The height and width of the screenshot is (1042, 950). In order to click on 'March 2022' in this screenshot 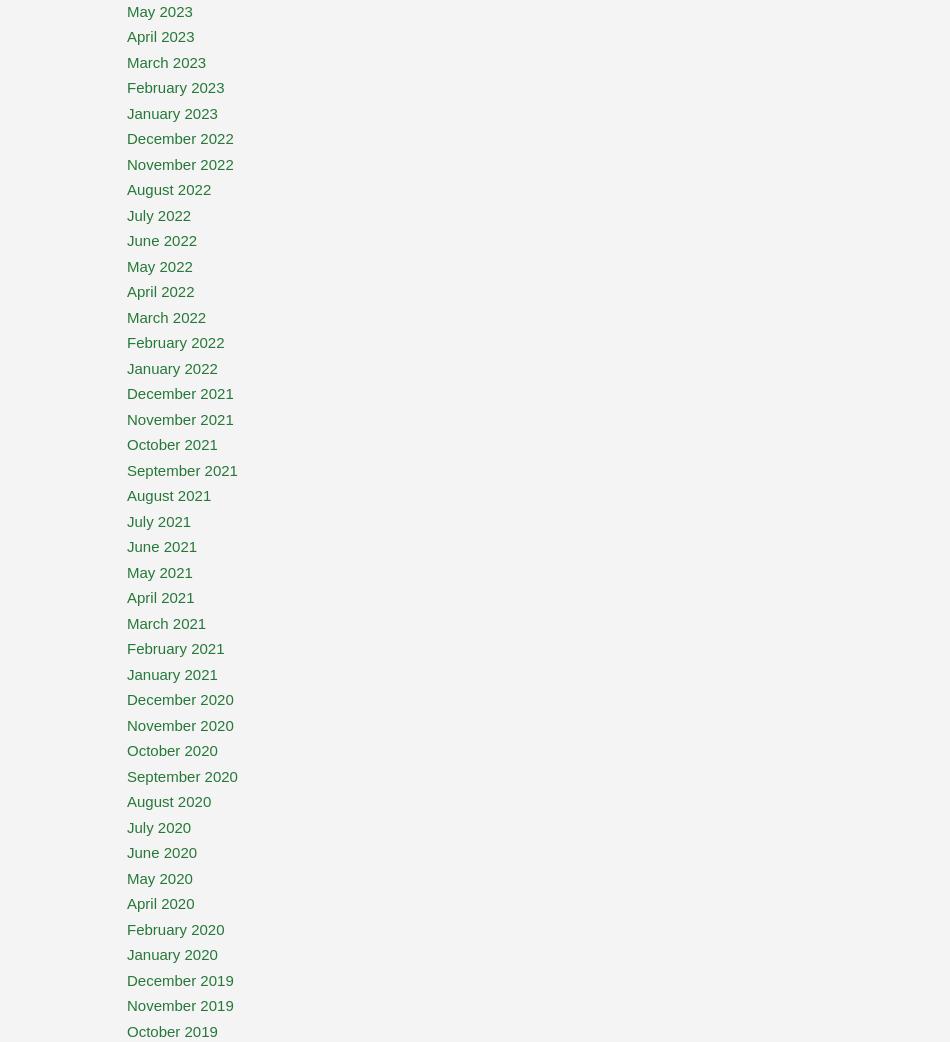, I will do `click(166, 316)`.